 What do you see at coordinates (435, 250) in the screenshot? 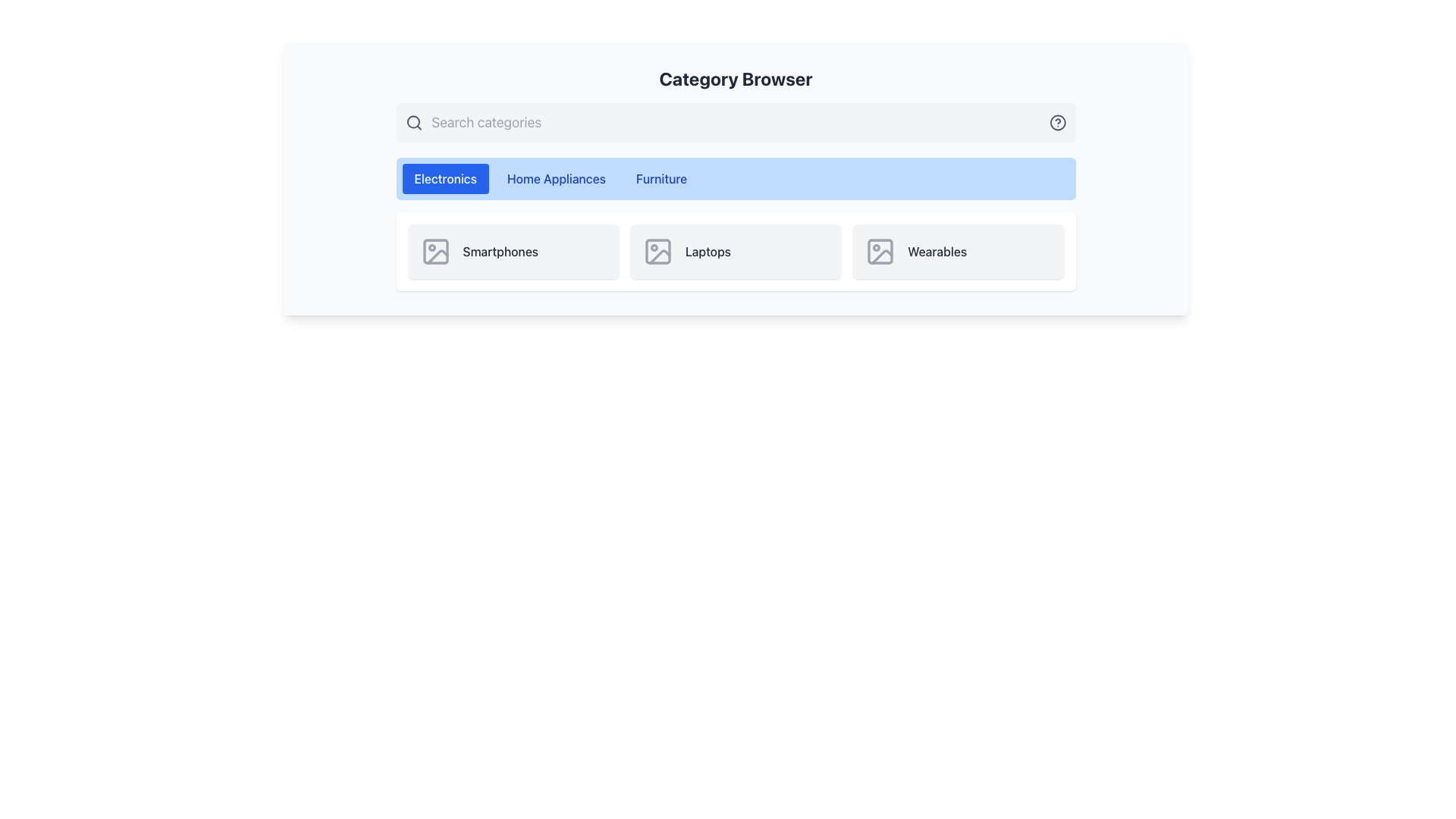
I see `the icon representing the 'Smartphones' category, which resembles a picture frame with a circular dot and diagonal line, located in the leftmost entry of the Category Browser section` at bounding box center [435, 250].